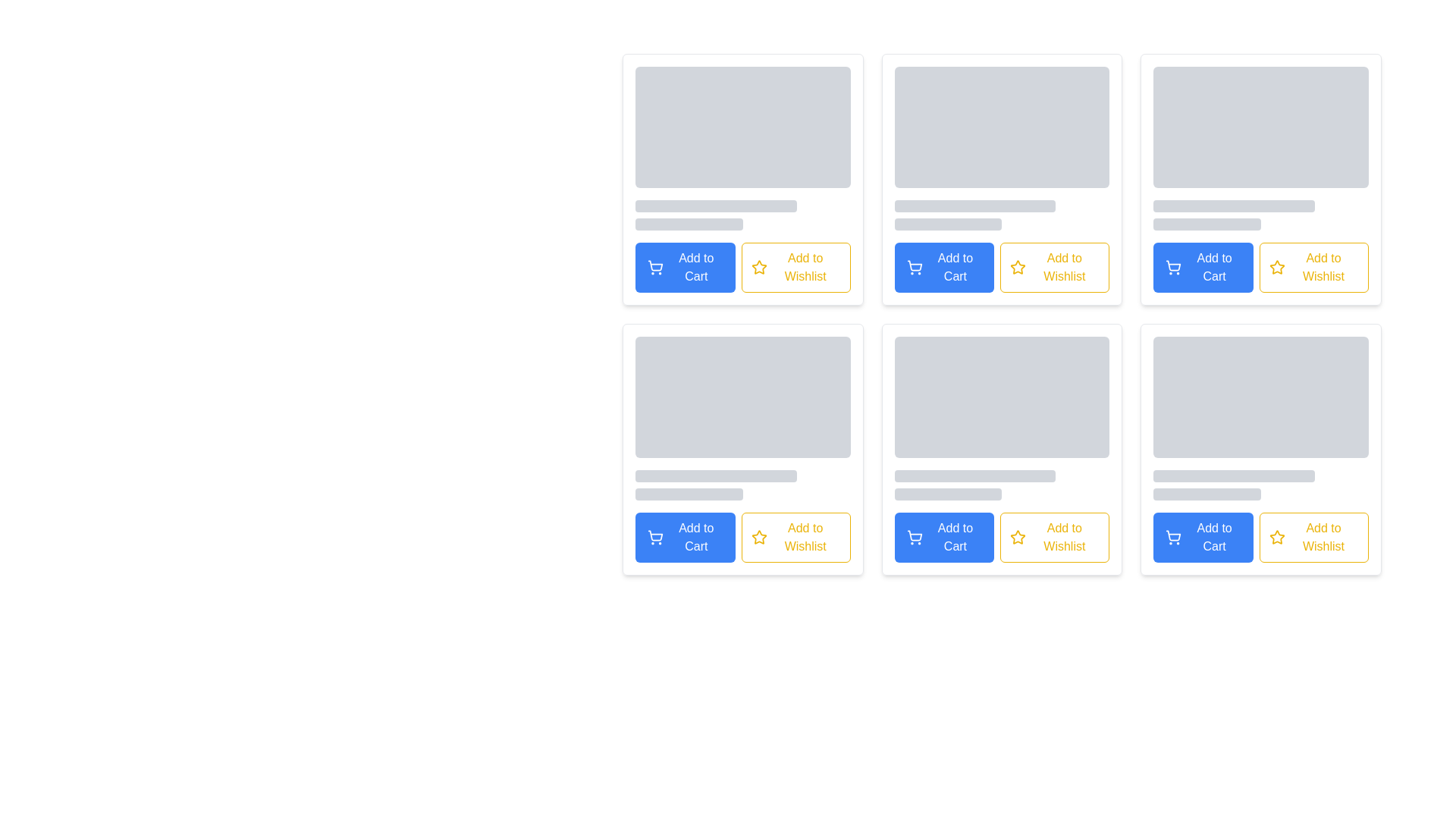 The width and height of the screenshot is (1456, 819). Describe the element at coordinates (759, 536) in the screenshot. I see `the star icon with an outlined yellow stroke located in the second row, first column of the product card's 'Add to Wishlist' button group` at that location.